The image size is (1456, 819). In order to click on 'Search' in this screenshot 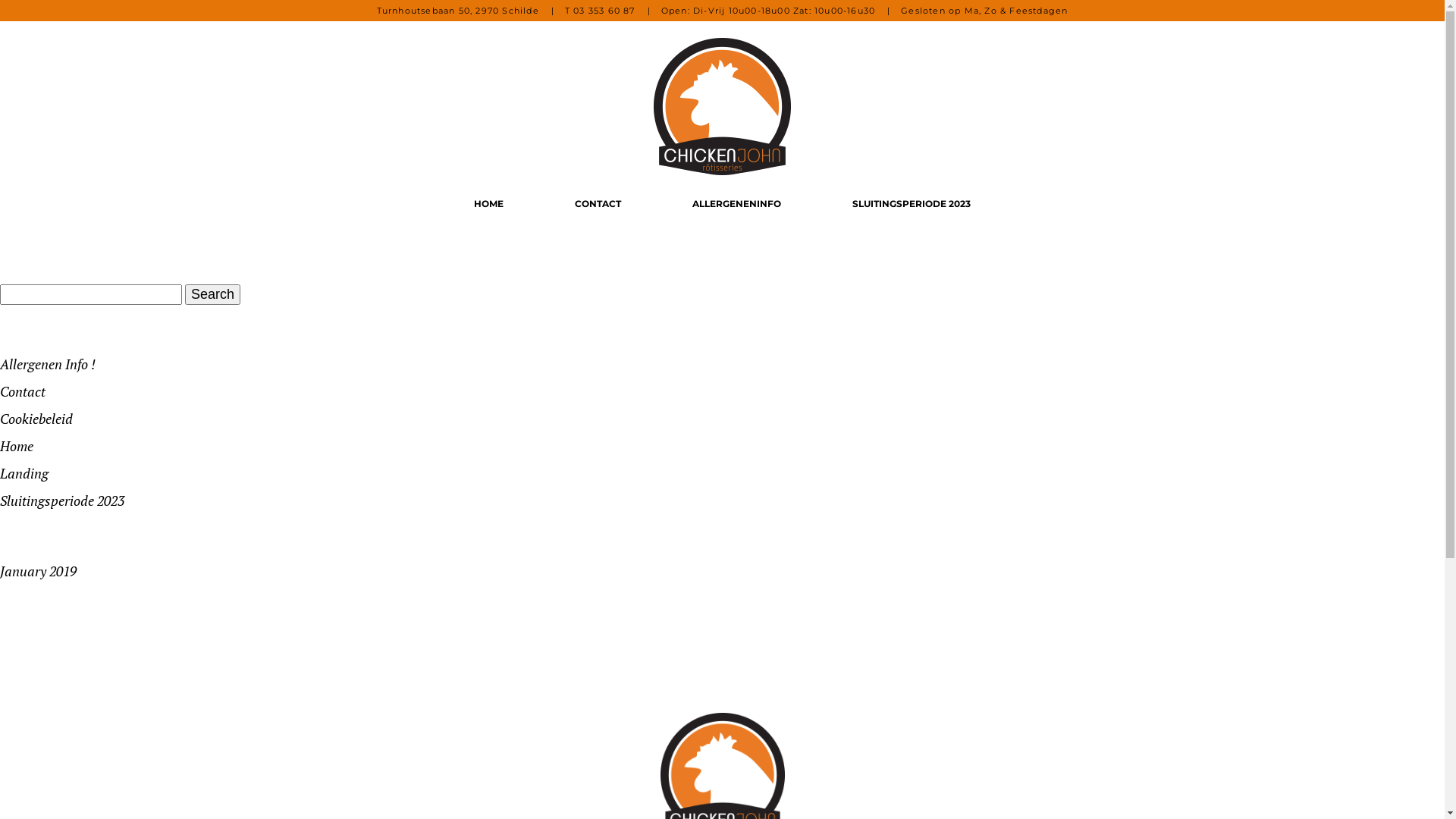, I will do `click(212, 294)`.